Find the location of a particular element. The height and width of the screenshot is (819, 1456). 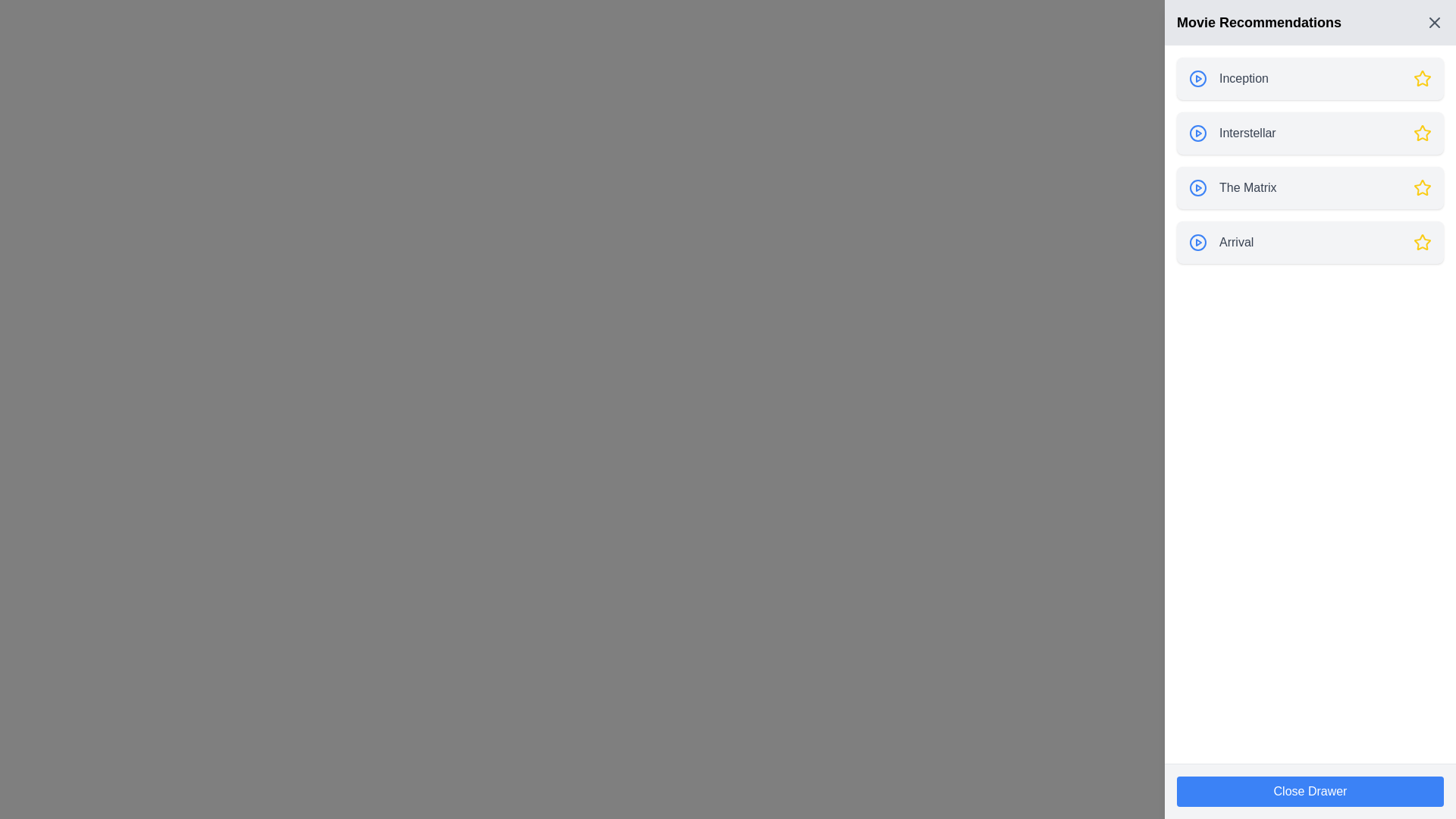

the play button icon with a blue border and play symbol, located to the left of the 'Interstellar' text in the Movie Recommendations section is located at coordinates (1197, 133).